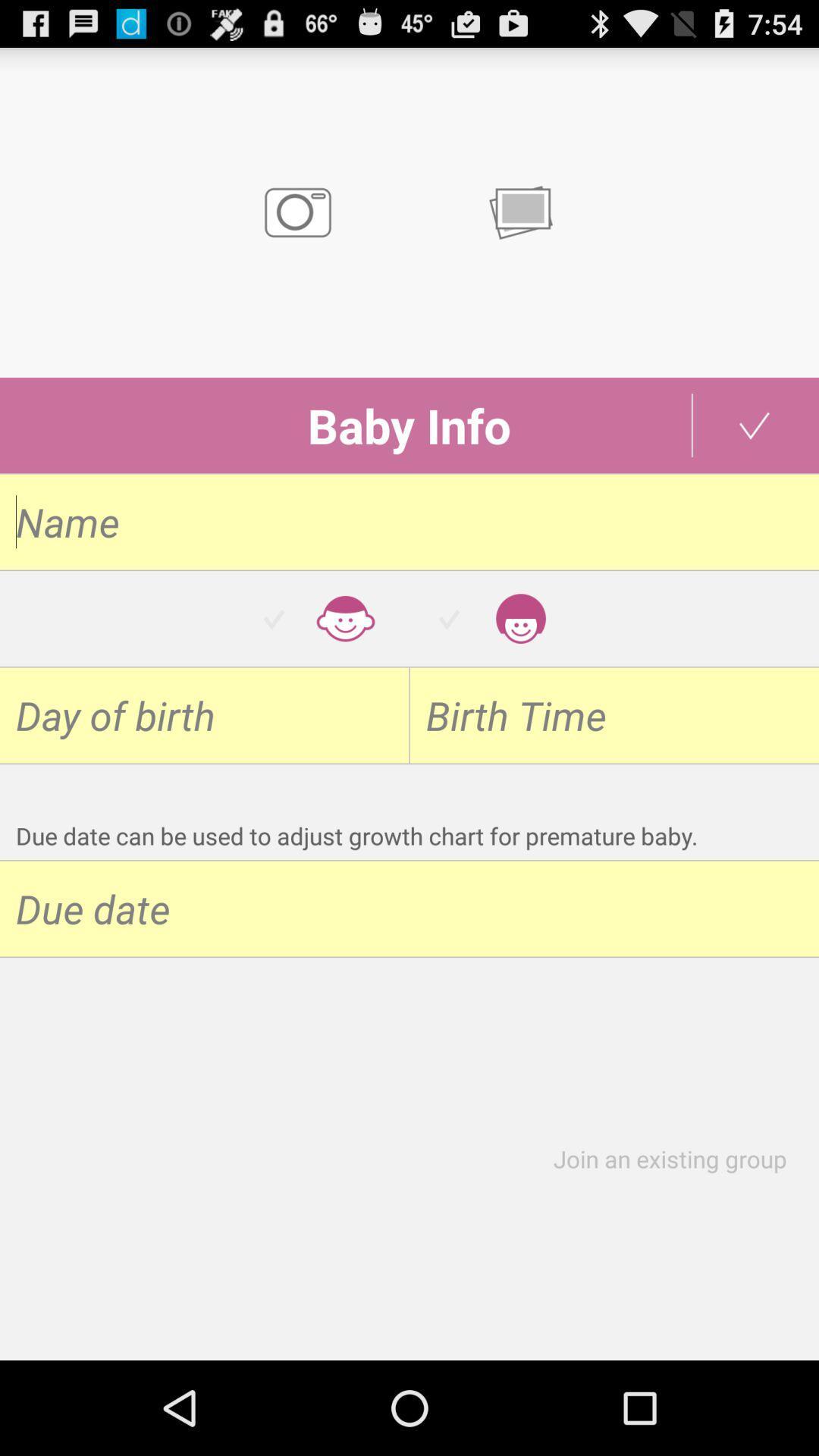 The image size is (819, 1456). What do you see at coordinates (755, 454) in the screenshot?
I see `the check icon` at bounding box center [755, 454].